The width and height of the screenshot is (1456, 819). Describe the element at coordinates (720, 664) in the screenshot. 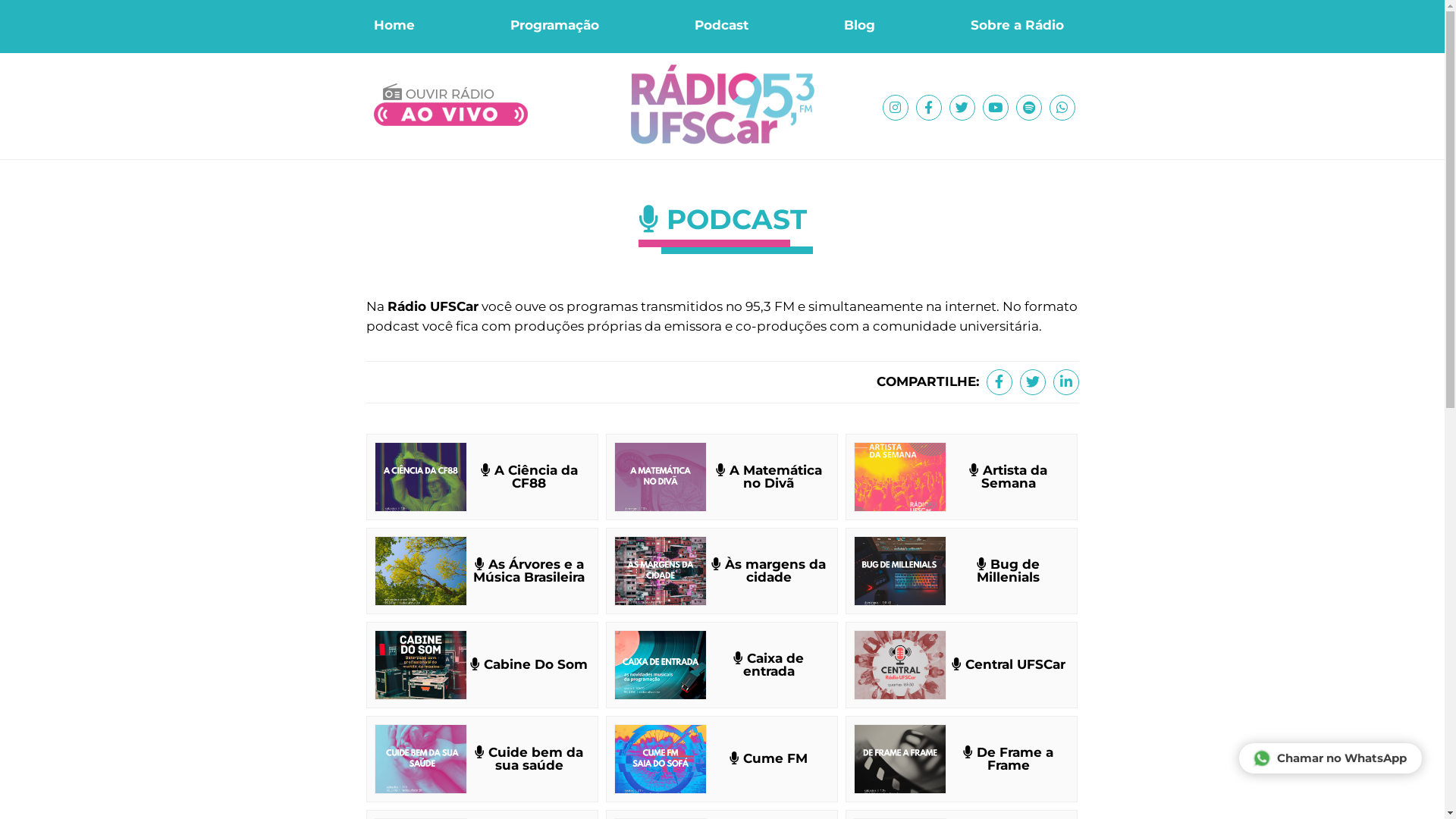

I see `'Caixa de entrada'` at that location.